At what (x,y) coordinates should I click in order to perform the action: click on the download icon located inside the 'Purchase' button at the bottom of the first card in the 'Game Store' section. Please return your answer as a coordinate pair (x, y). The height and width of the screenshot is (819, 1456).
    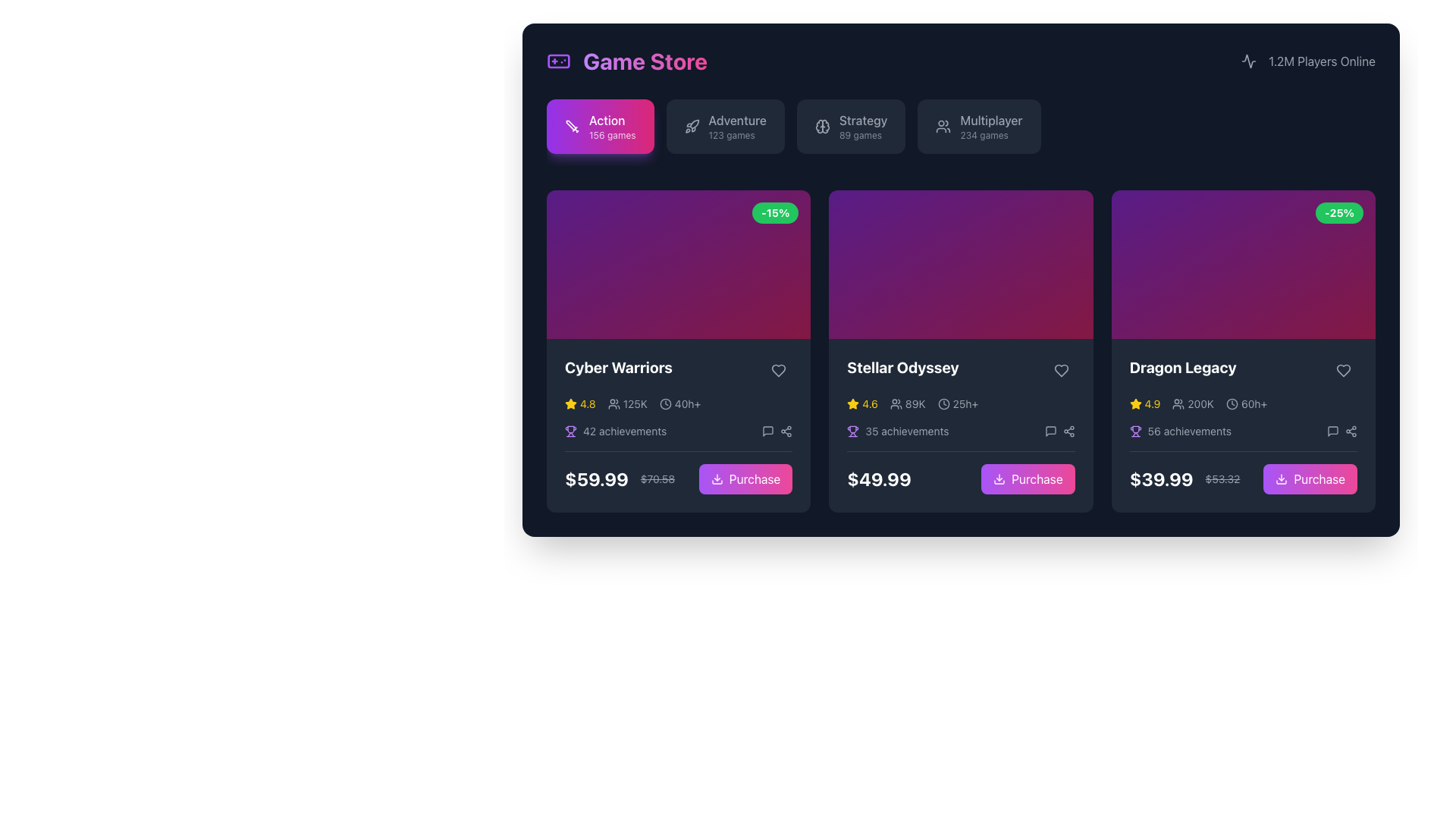
    Looking at the image, I should click on (716, 479).